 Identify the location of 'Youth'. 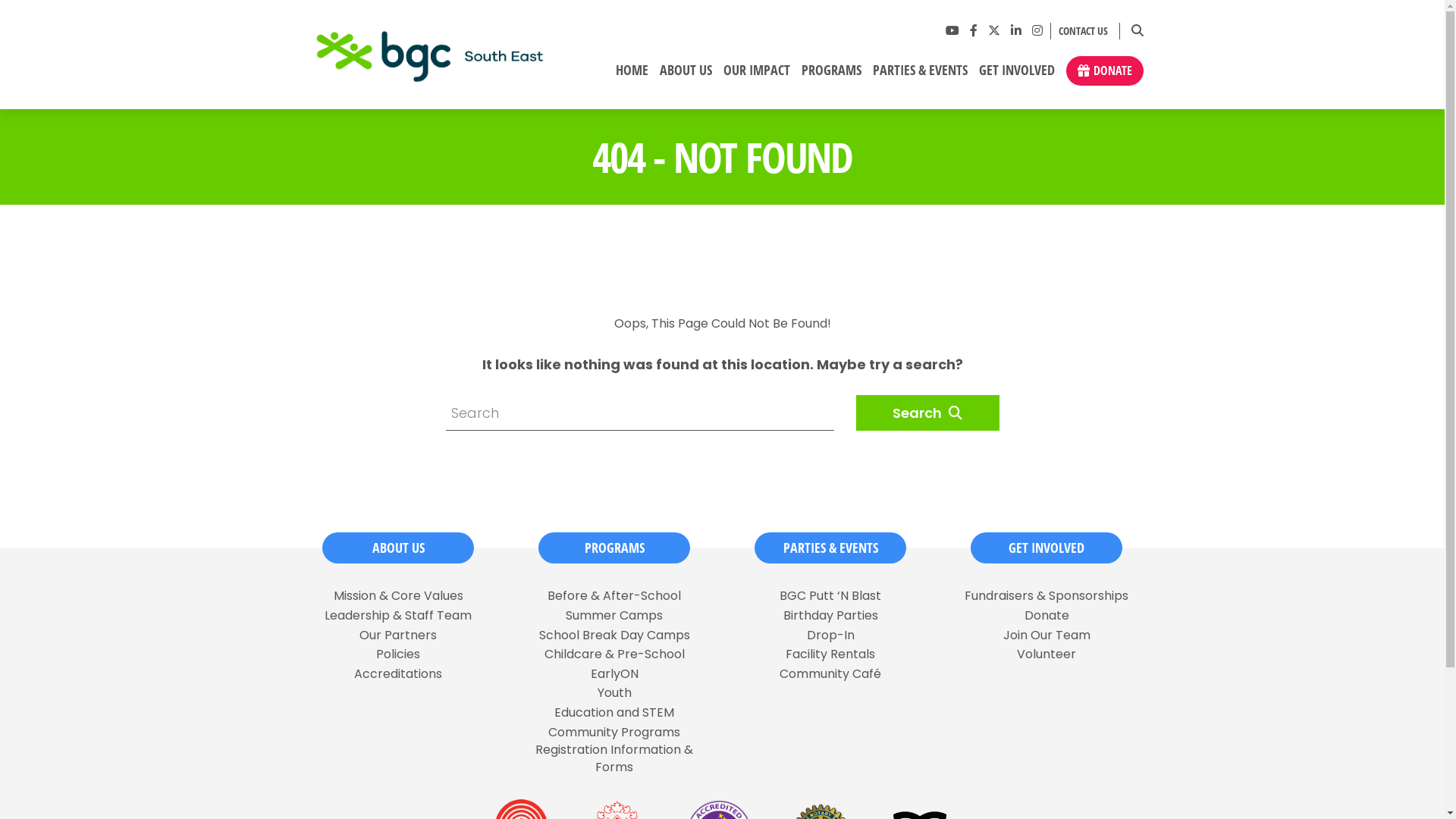
(614, 693).